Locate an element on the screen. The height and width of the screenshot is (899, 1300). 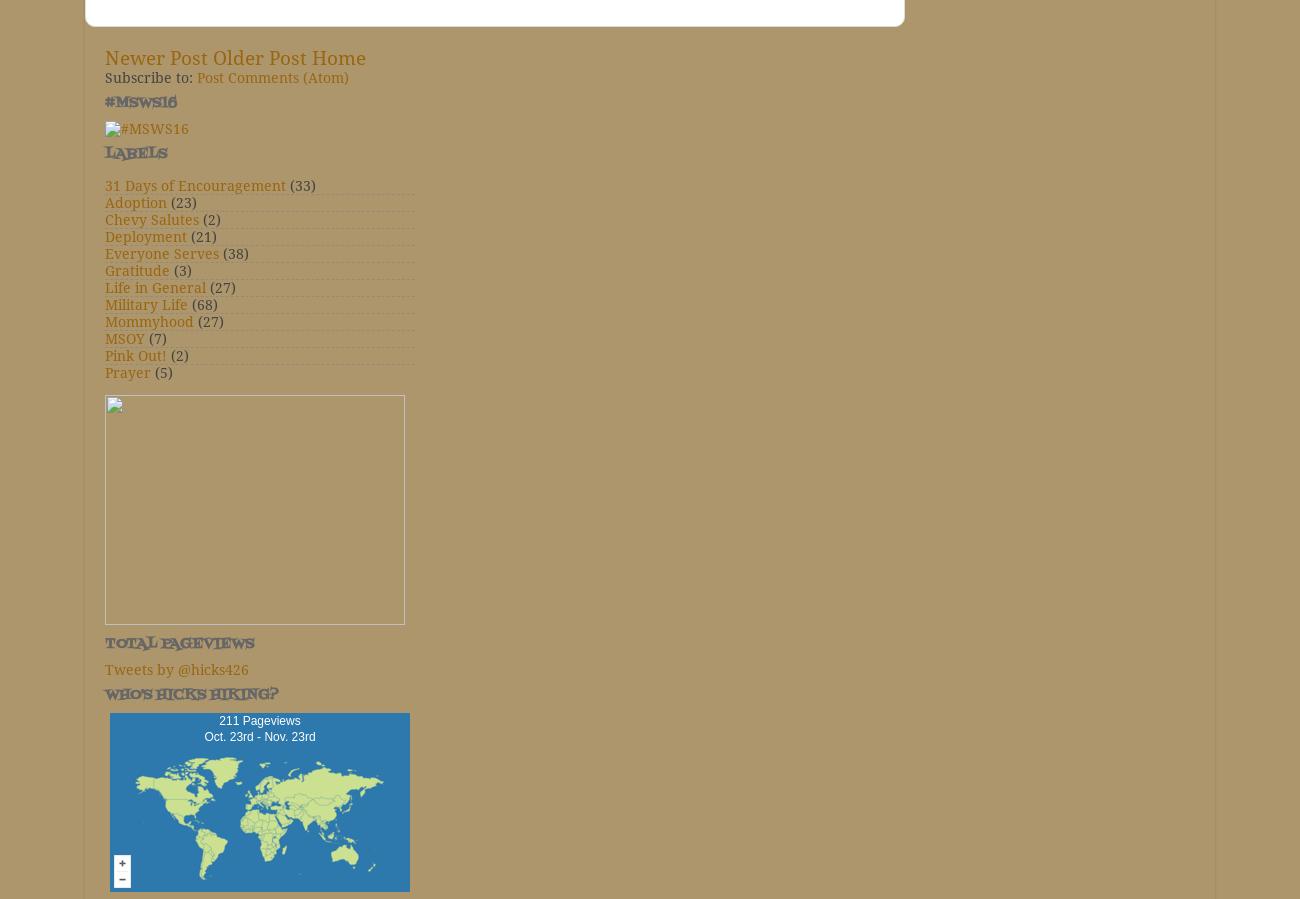
'MSOY' is located at coordinates (105, 338).